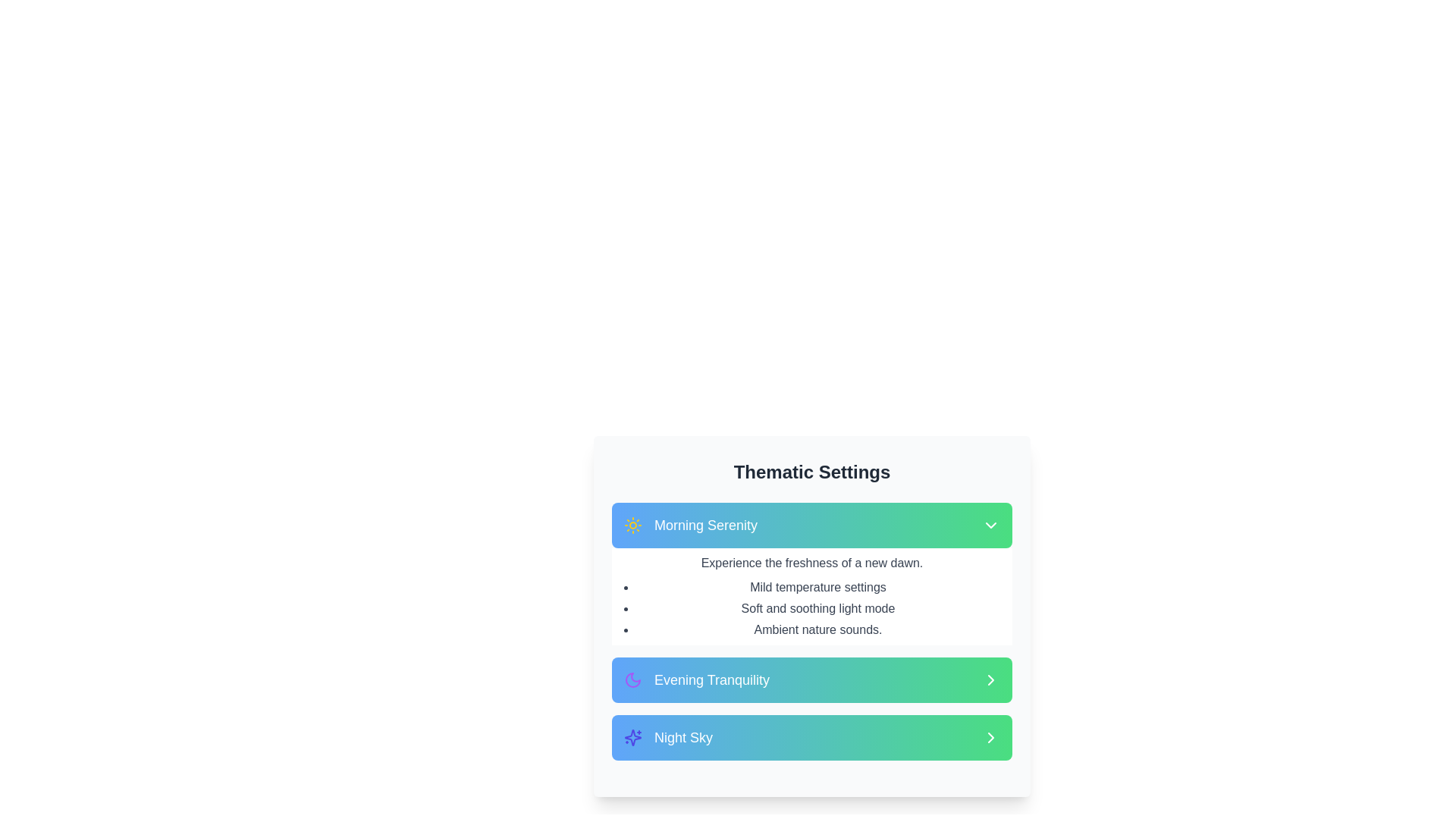  Describe the element at coordinates (811, 573) in the screenshot. I see `text content of the Information display section titled 'Morning Serenity' which includes the descriptive text and feature list` at that location.